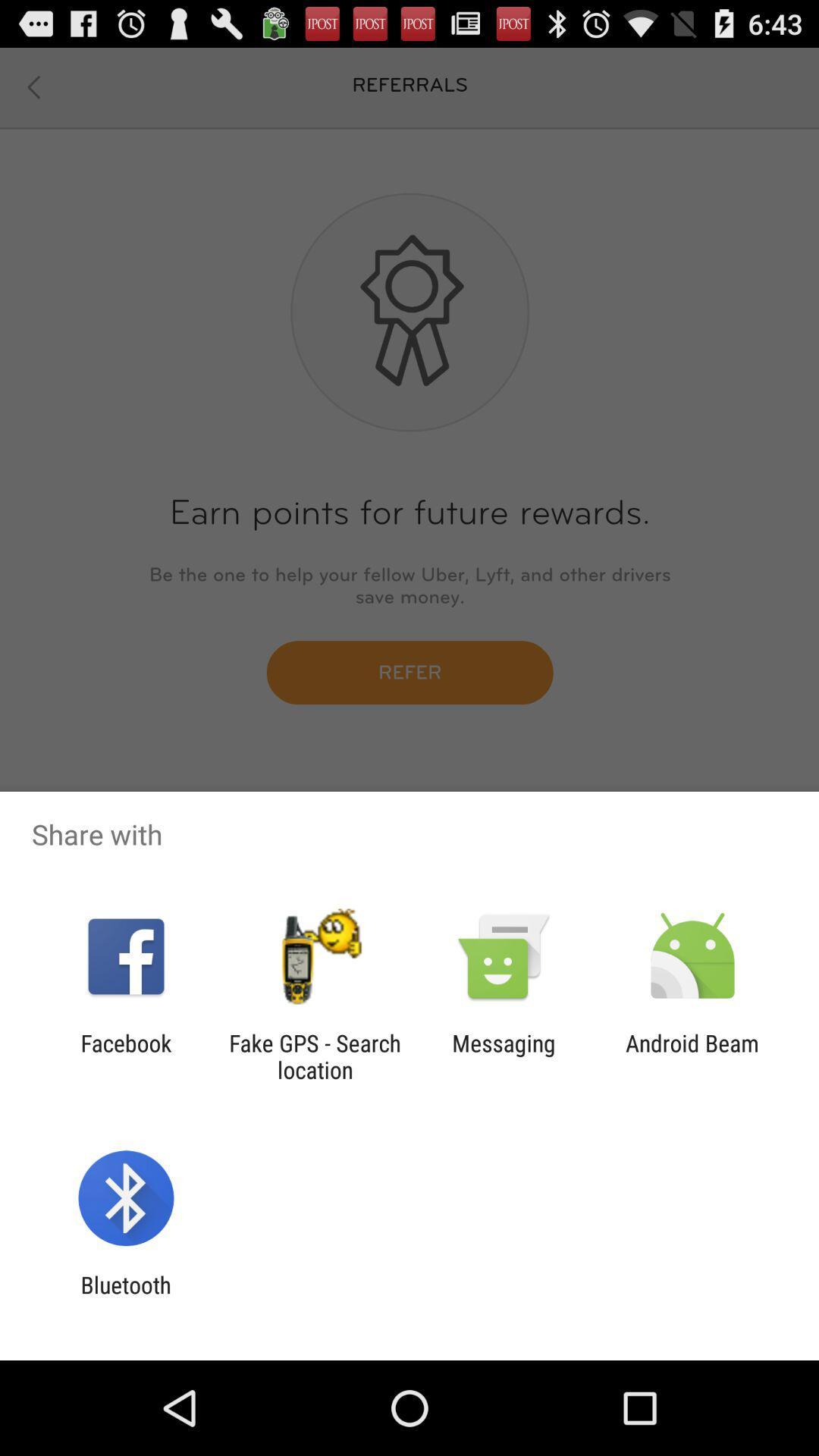 Image resolution: width=819 pixels, height=1456 pixels. I want to click on the icon next to the facebook item, so click(314, 1056).